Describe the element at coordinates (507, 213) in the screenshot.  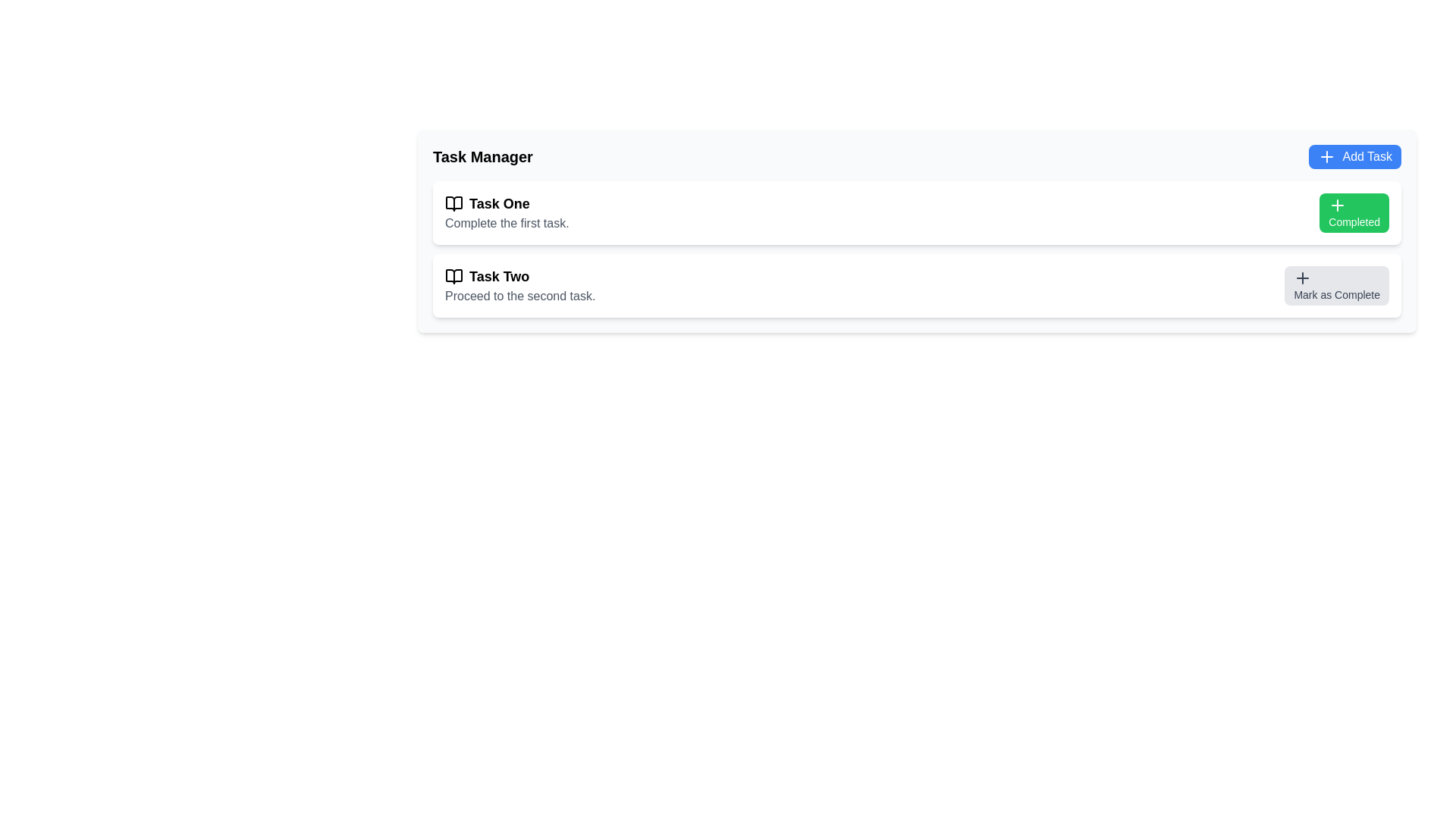
I see `the Task description box labeled 'Task One', which contains a bold heading and a description, positioned at the upper section of the interface` at that location.